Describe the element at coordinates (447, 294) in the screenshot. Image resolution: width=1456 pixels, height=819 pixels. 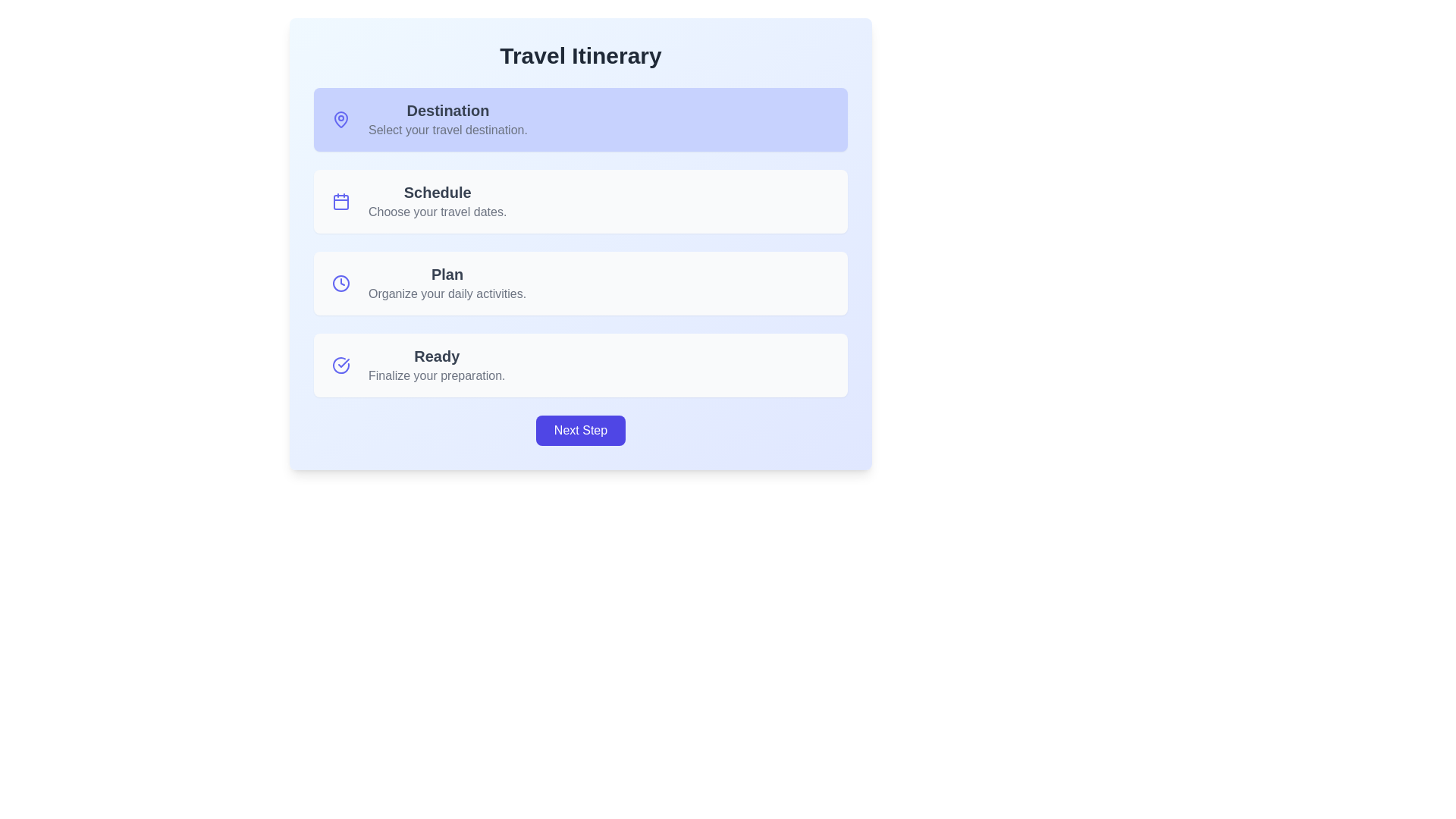
I see `Text label that contains the description 'Organize your daily activities.' positioned below the heading 'Plan'` at that location.